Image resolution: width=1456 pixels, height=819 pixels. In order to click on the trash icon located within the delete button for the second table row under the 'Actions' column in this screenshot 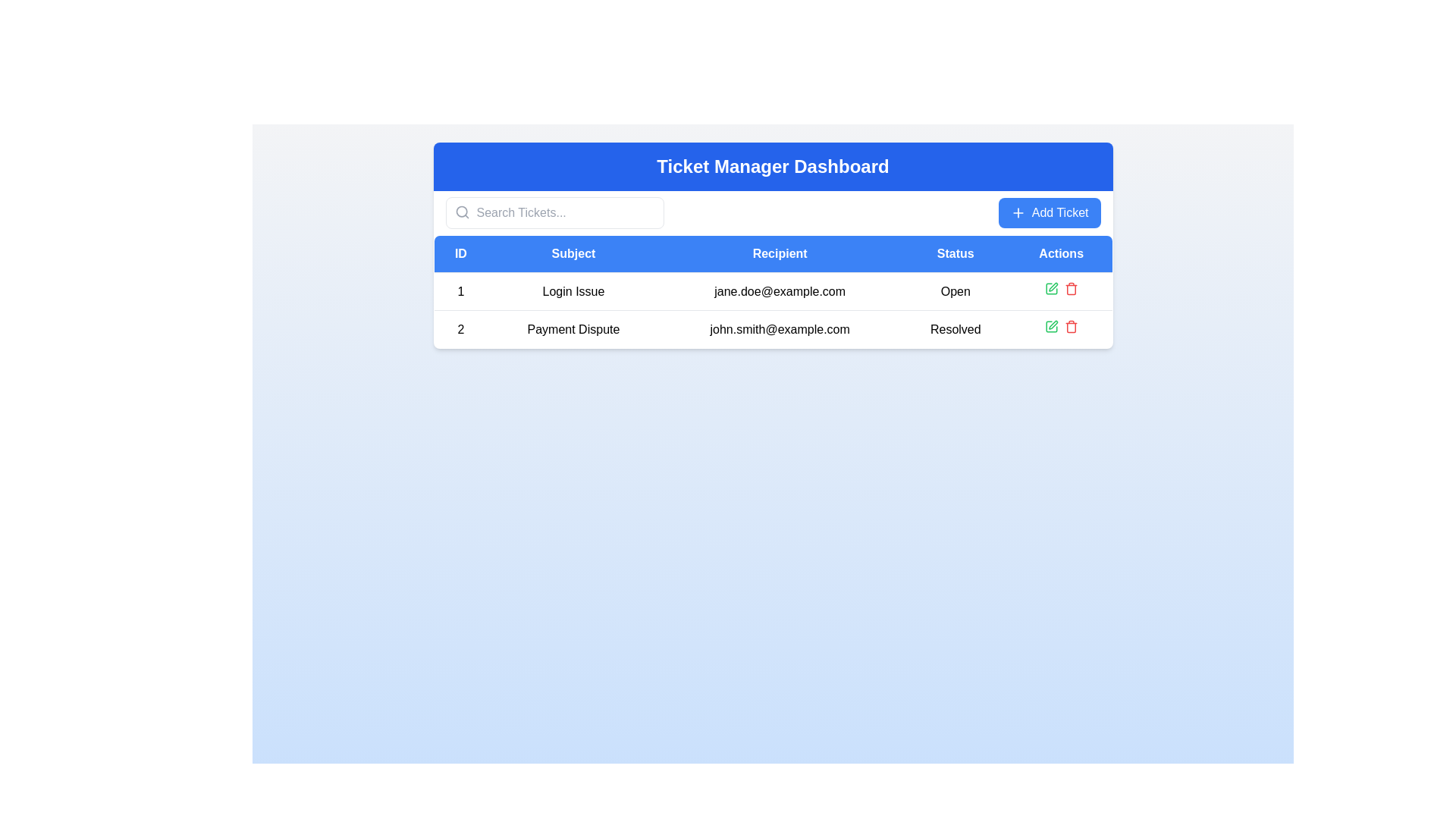, I will do `click(1070, 290)`.